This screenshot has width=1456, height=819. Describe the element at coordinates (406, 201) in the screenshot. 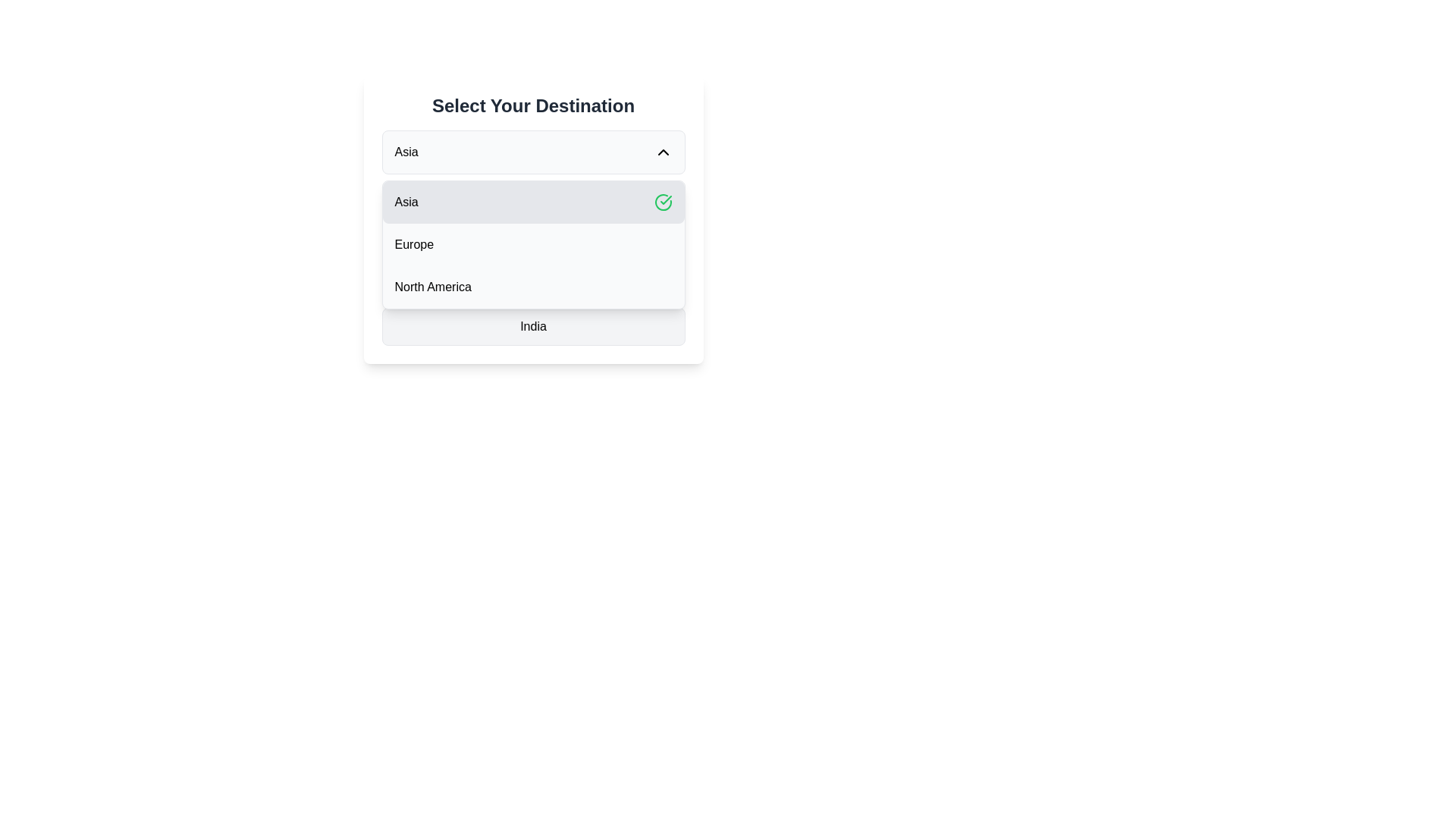

I see `the 'Asia' text label in the dropdown menu` at that location.